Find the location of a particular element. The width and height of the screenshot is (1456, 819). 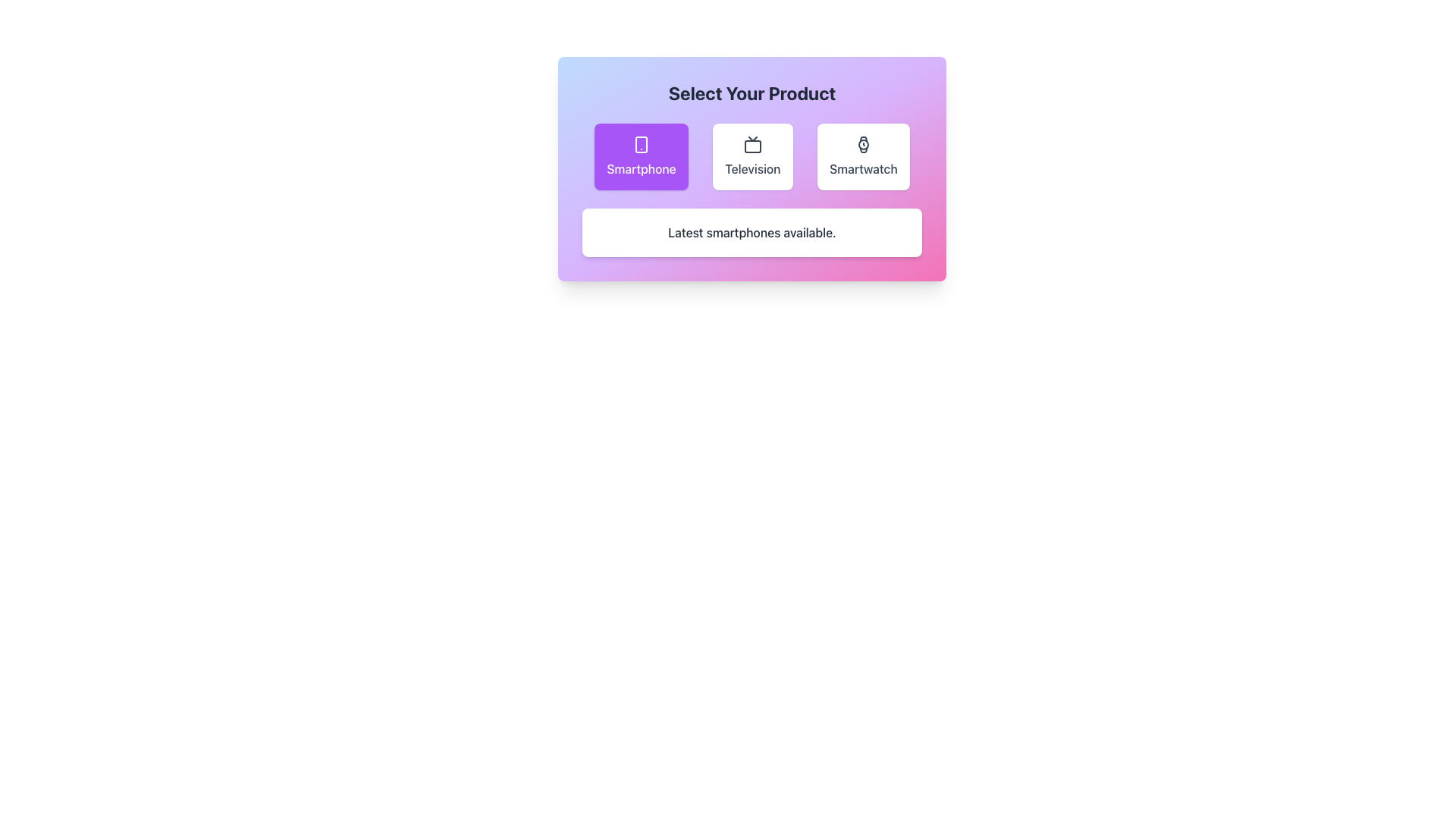

the leftmost button in a row of three that serves as a selectable option for choosing the 'Smartphone' product is located at coordinates (641, 157).